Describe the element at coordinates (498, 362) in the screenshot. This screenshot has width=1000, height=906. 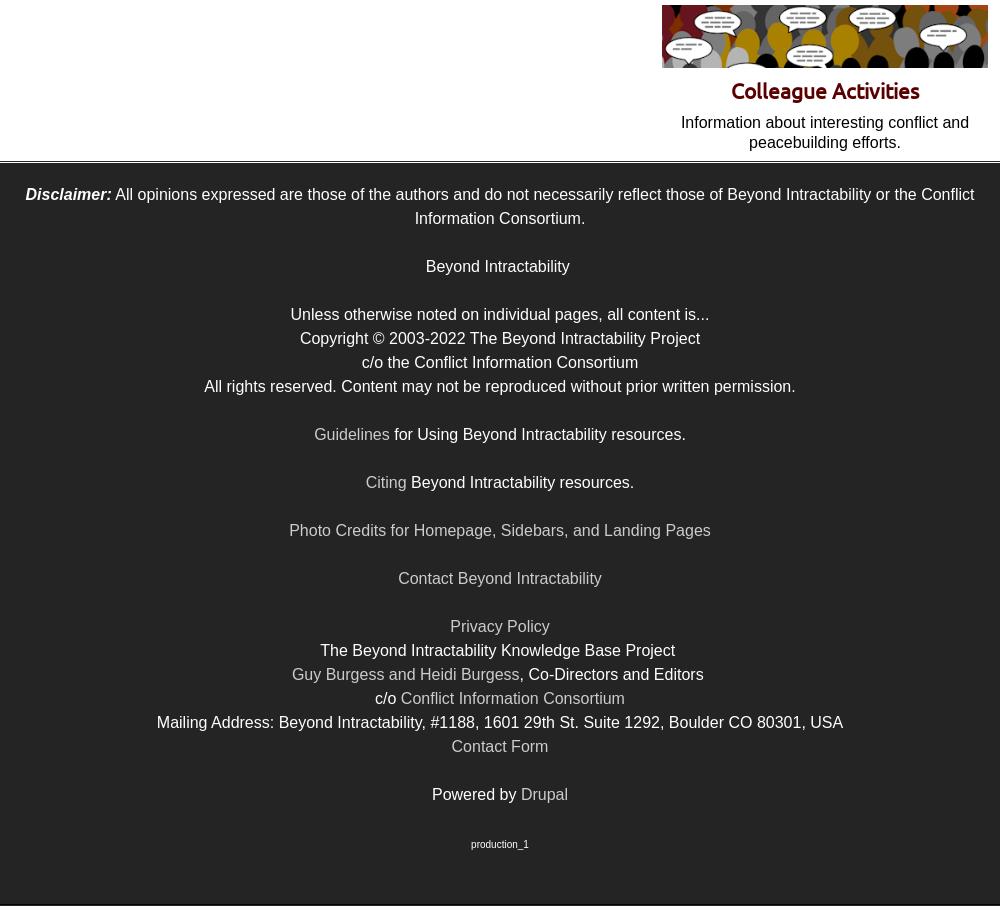
I see `'c/o the Conflict Information Consortium'` at that location.